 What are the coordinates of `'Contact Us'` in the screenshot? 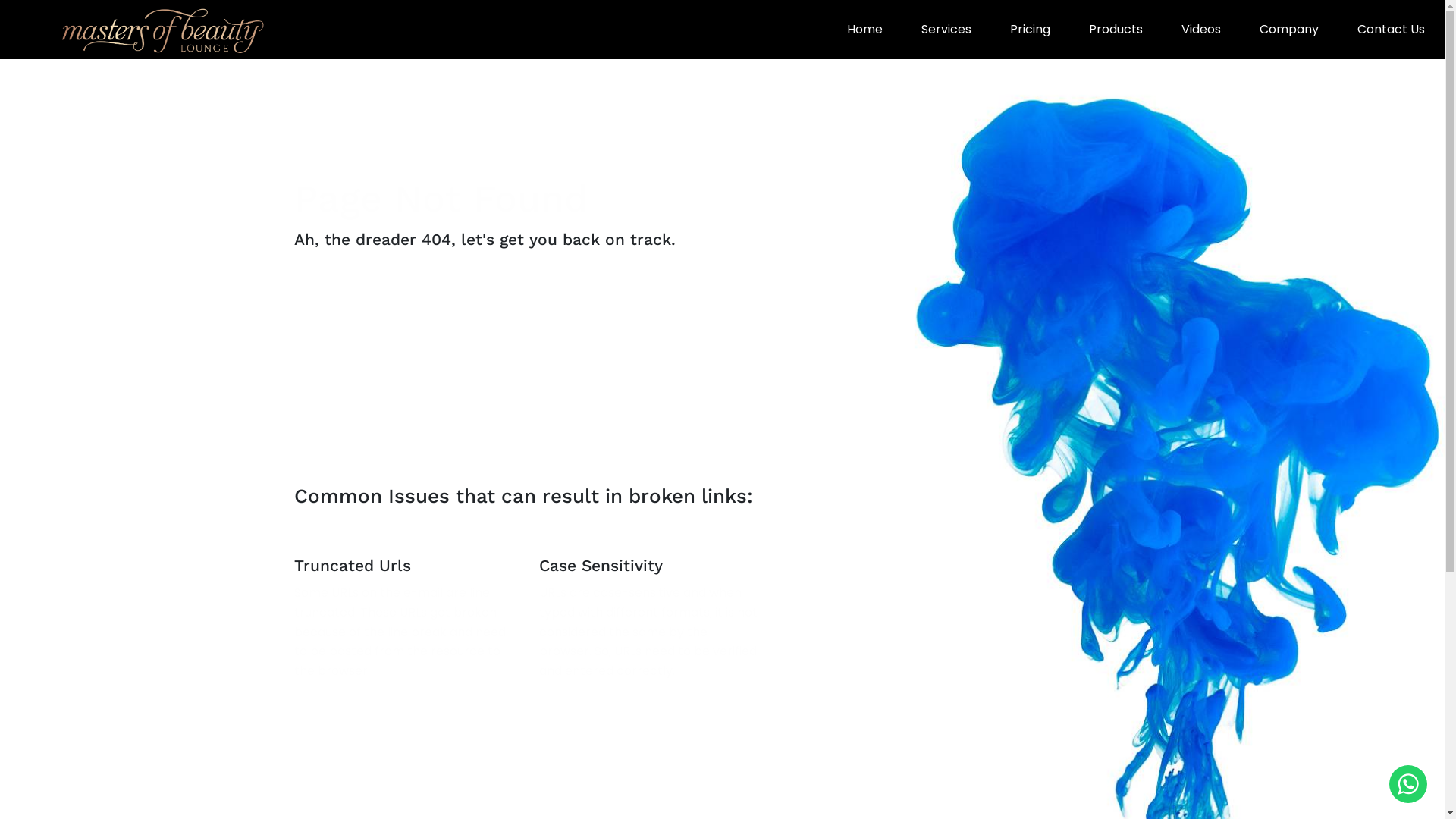 It's located at (1391, 29).